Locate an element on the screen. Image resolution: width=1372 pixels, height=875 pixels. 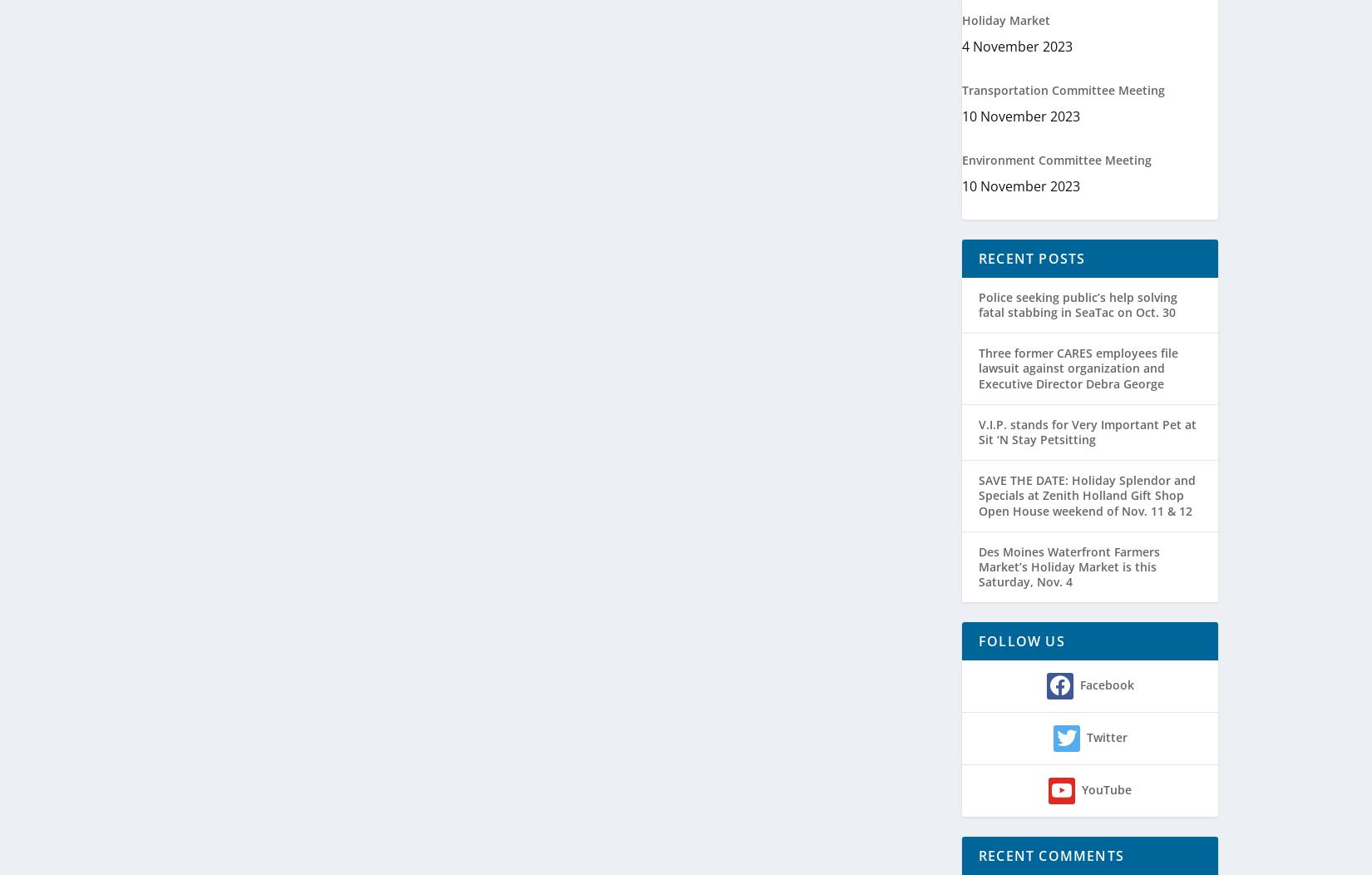
'Holiday Market' is located at coordinates (1005, 19).